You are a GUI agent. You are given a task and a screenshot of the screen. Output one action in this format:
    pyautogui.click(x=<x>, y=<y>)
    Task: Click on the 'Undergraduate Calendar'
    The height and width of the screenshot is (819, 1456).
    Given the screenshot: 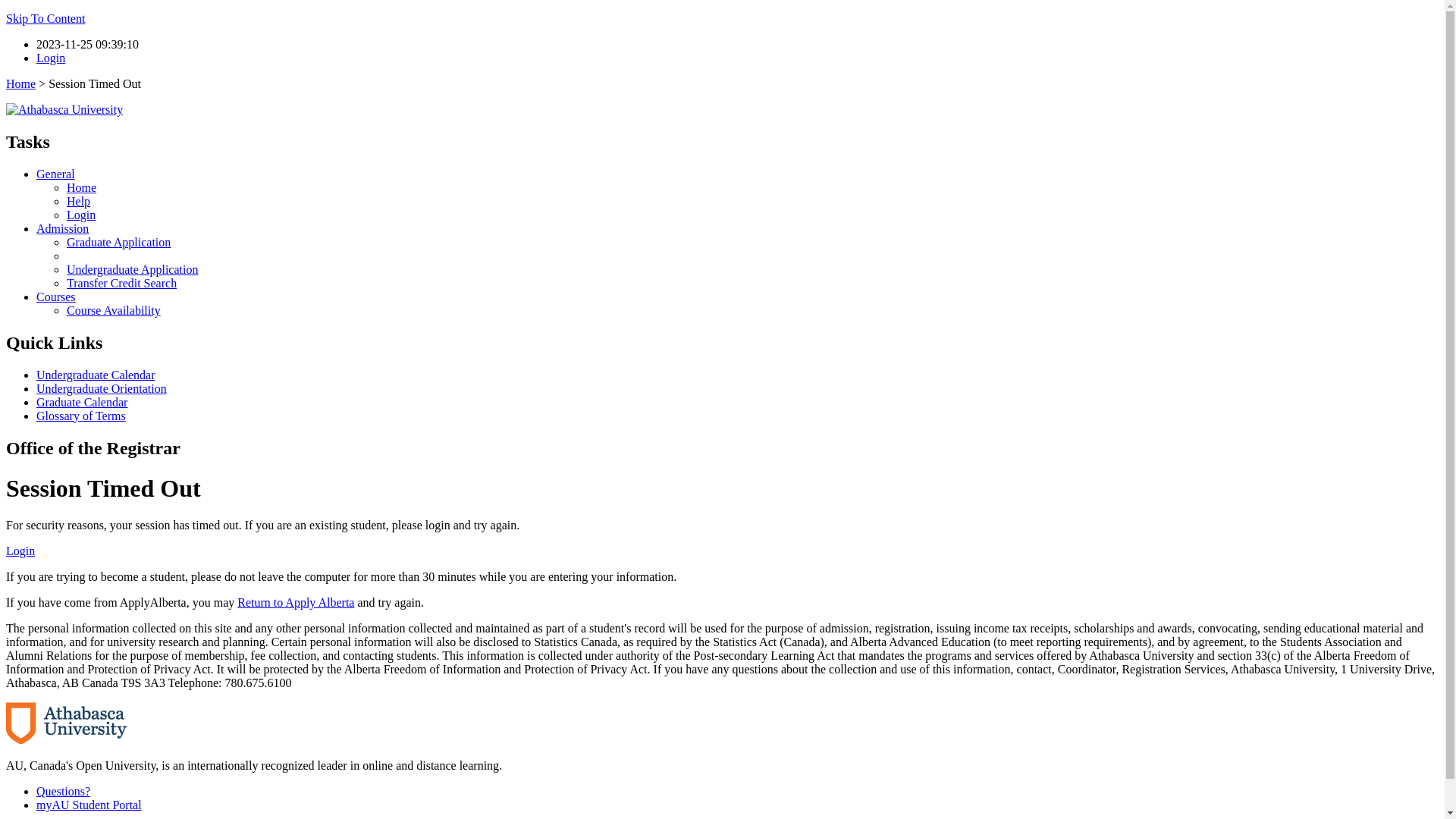 What is the action you would take?
    pyautogui.click(x=95, y=375)
    